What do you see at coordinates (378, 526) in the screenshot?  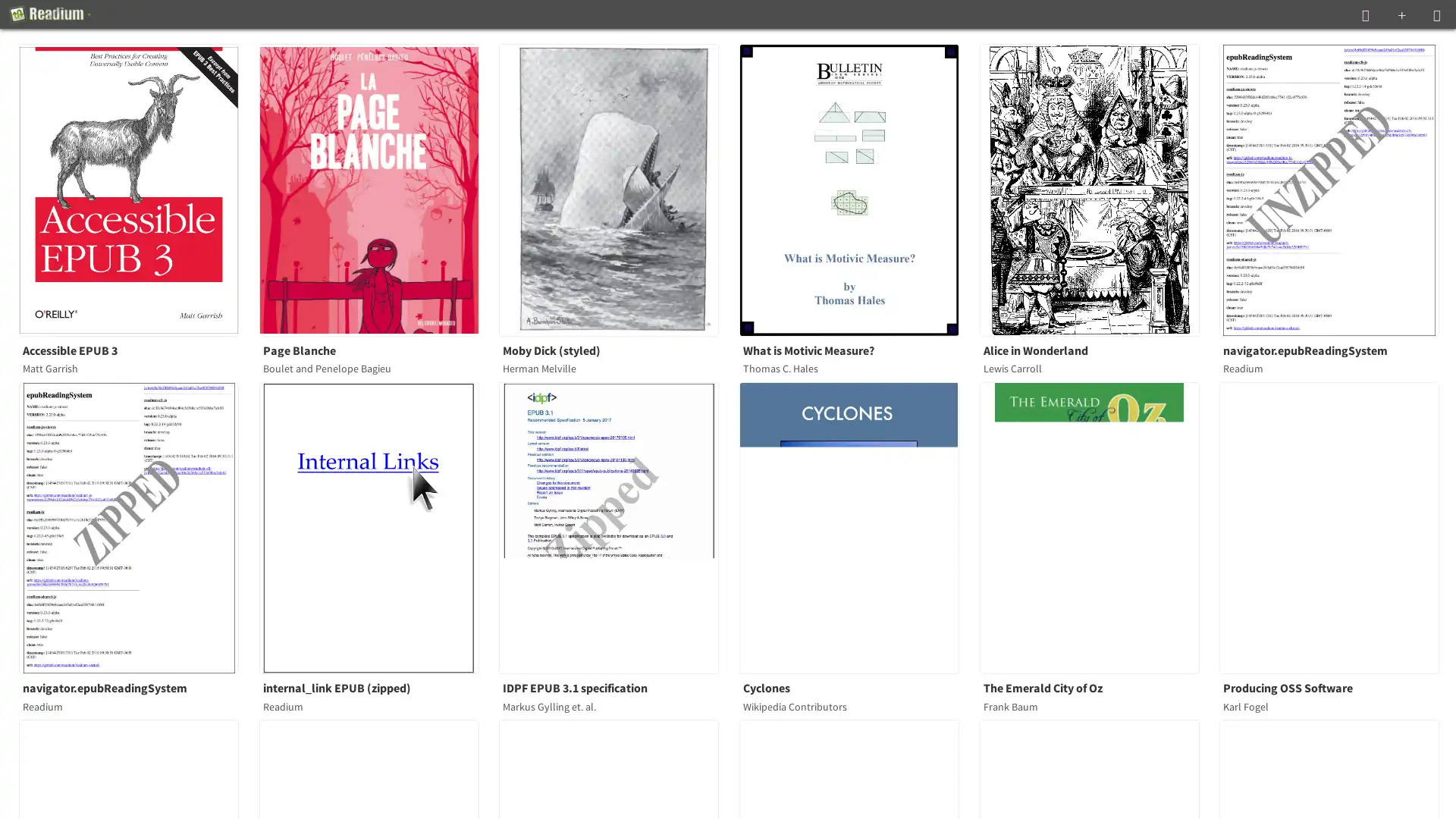 I see `(8) internal_link EPUB (zipped)` at bounding box center [378, 526].